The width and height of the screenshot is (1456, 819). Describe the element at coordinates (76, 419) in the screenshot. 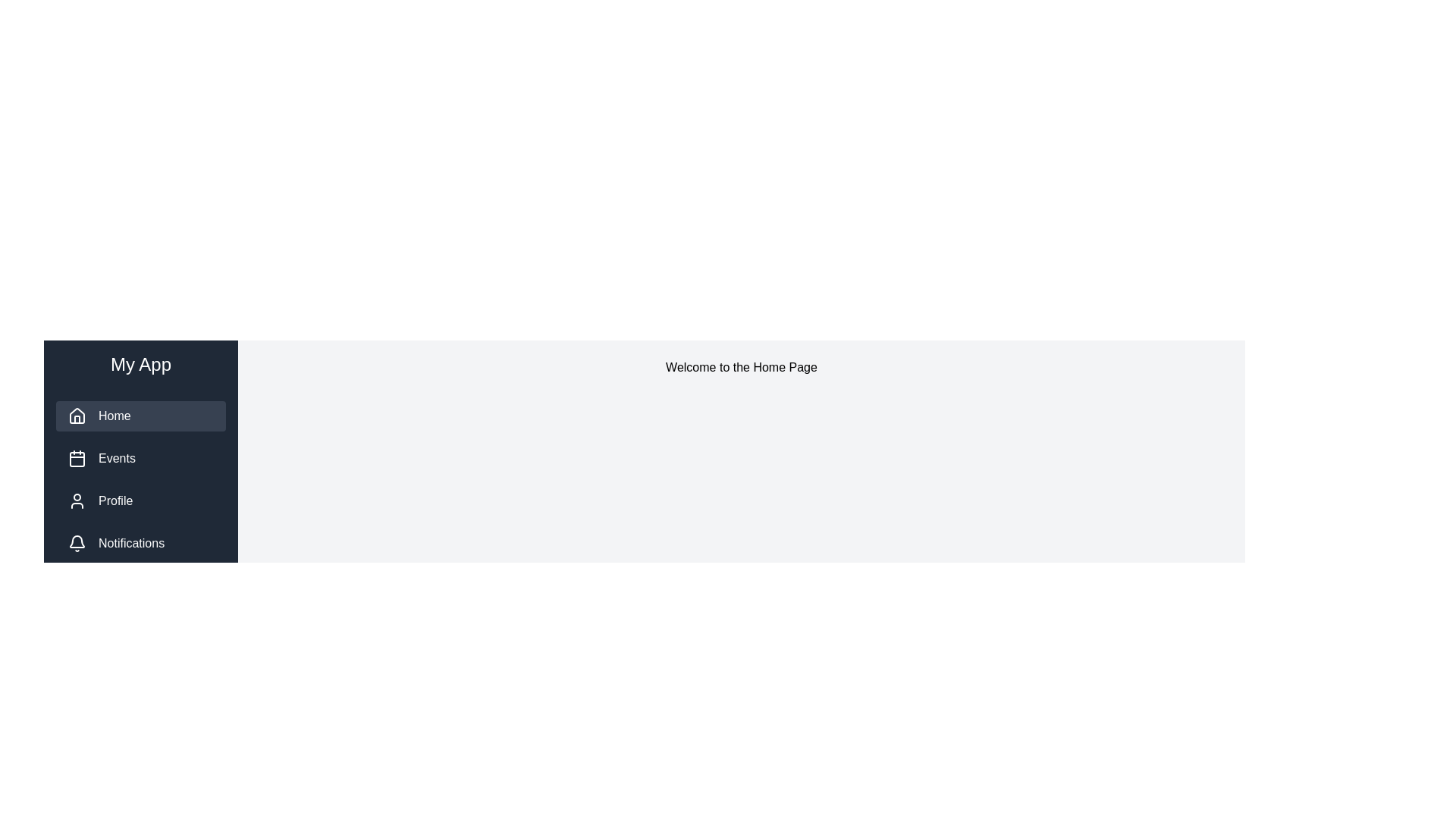

I see `the decorative vector graphic element that represents the door of the 'Home' icon in the sidebar, located centrally within the icon at the top of the navigation menu under 'My App'` at that location.